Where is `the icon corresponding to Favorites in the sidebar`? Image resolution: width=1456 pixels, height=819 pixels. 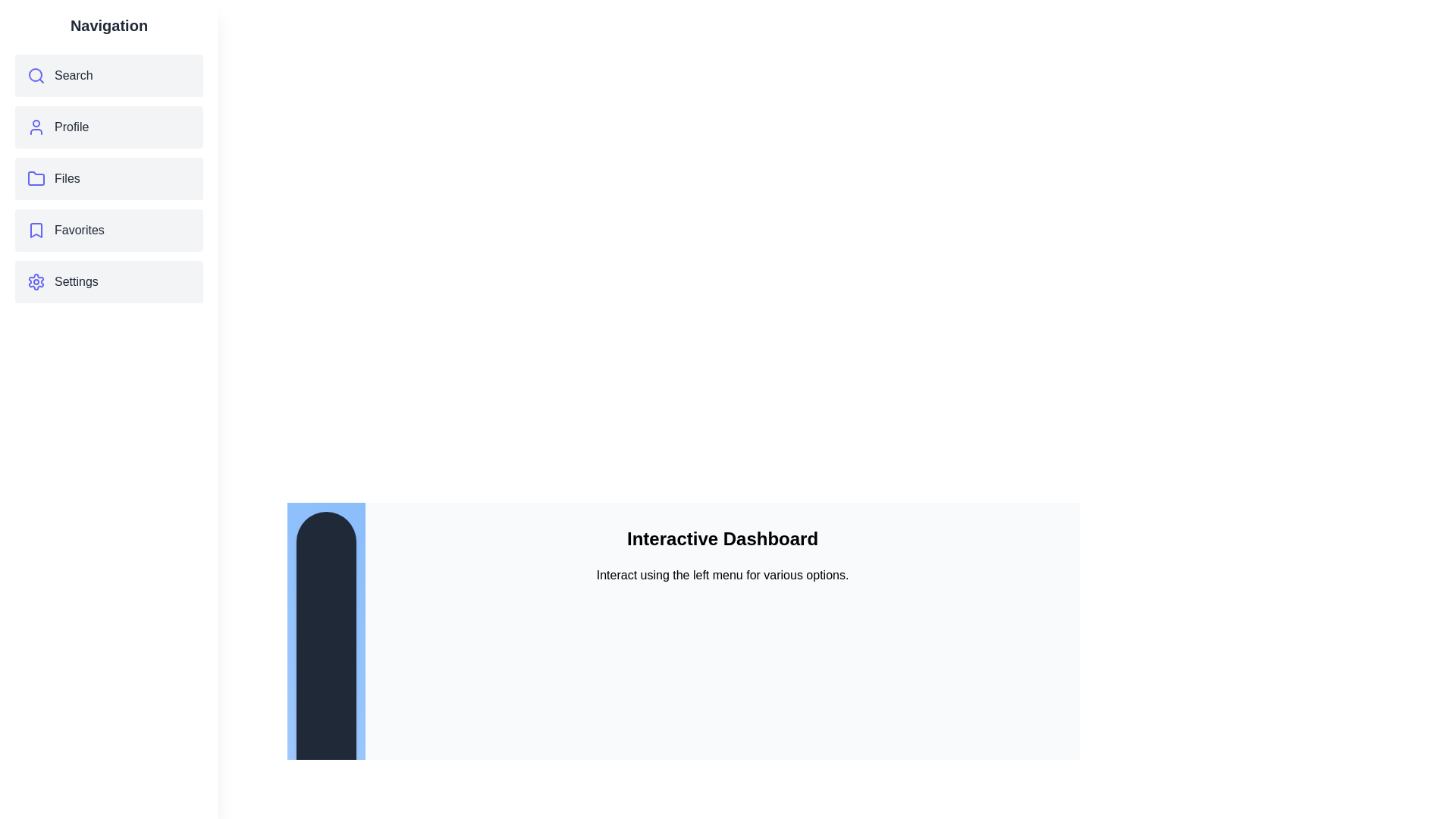 the icon corresponding to Favorites in the sidebar is located at coordinates (36, 231).